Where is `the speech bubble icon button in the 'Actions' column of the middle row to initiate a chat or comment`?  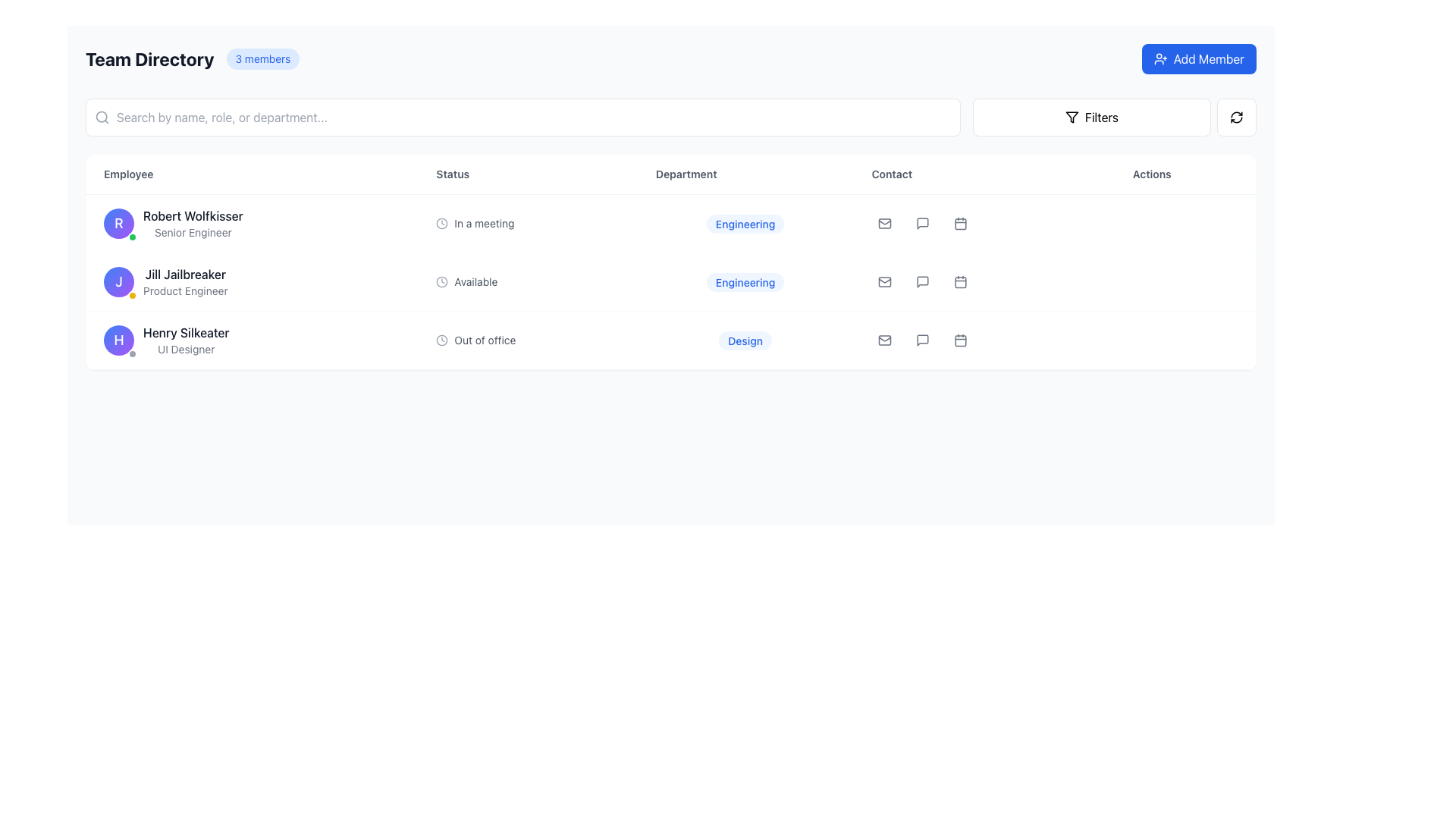 the speech bubble icon button in the 'Actions' column of the middle row to initiate a chat or comment is located at coordinates (921, 281).